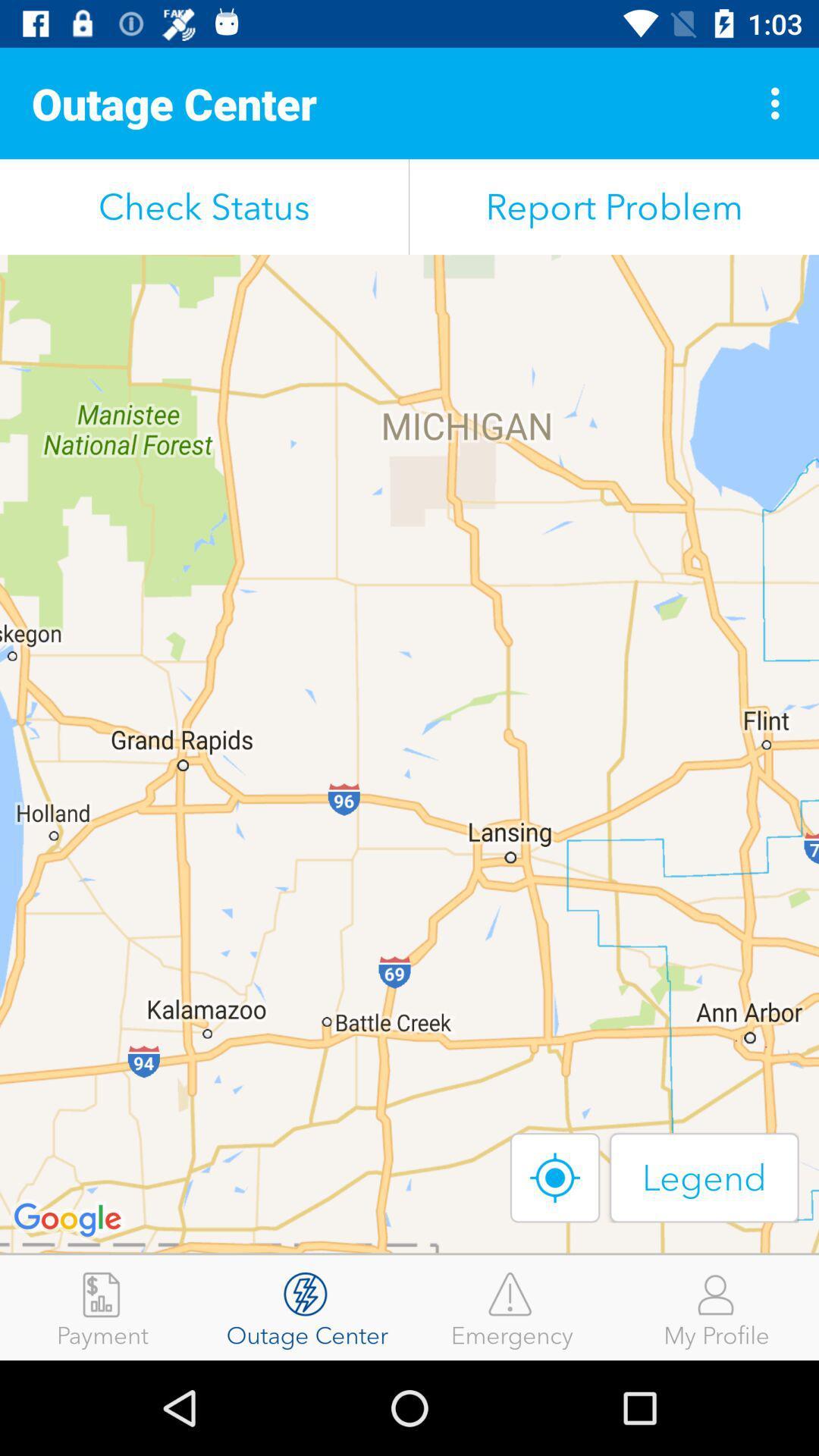 Image resolution: width=819 pixels, height=1456 pixels. What do you see at coordinates (512, 1307) in the screenshot?
I see `emergency item` at bounding box center [512, 1307].